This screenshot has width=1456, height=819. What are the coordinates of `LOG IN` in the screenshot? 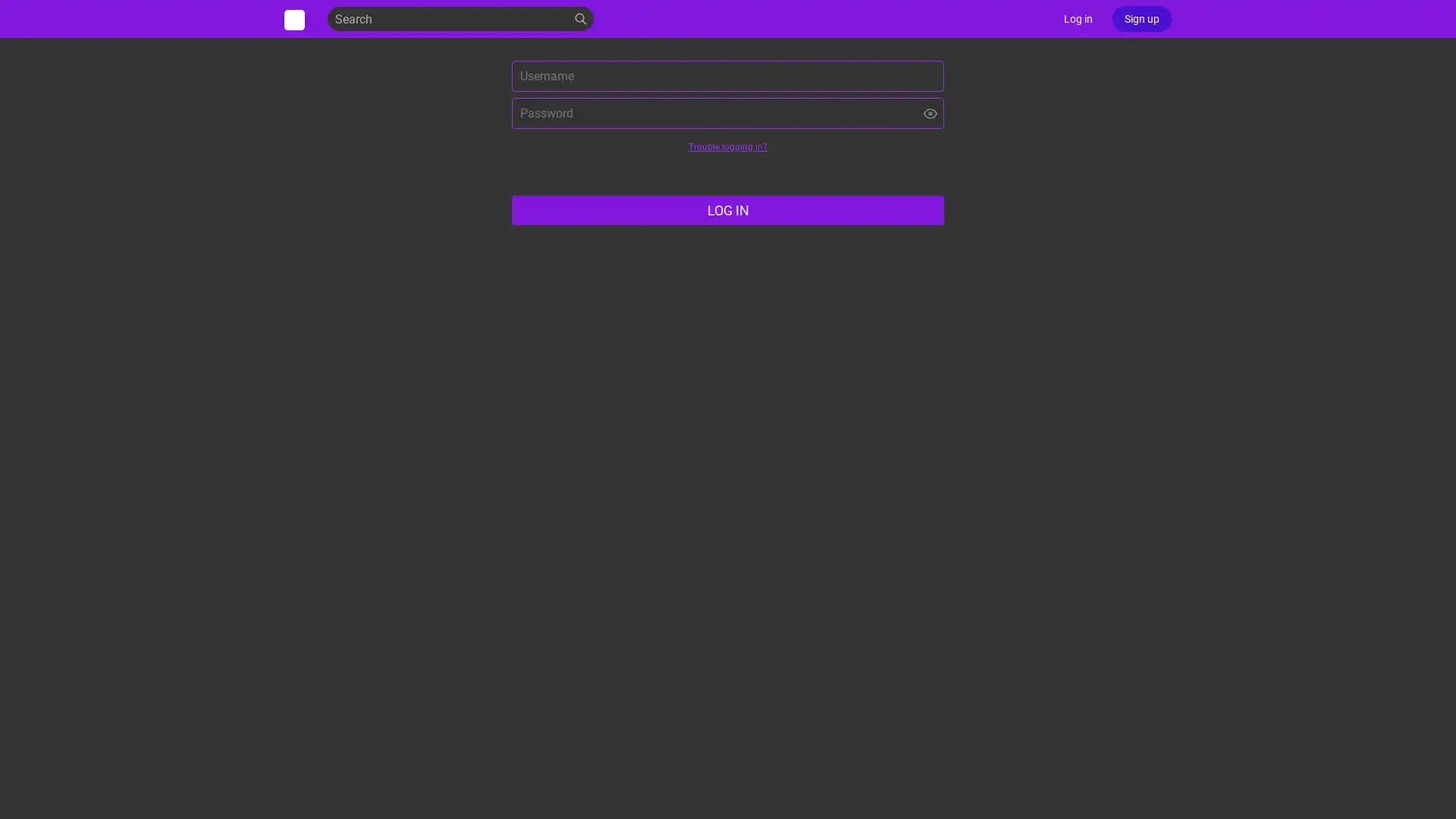 It's located at (728, 210).